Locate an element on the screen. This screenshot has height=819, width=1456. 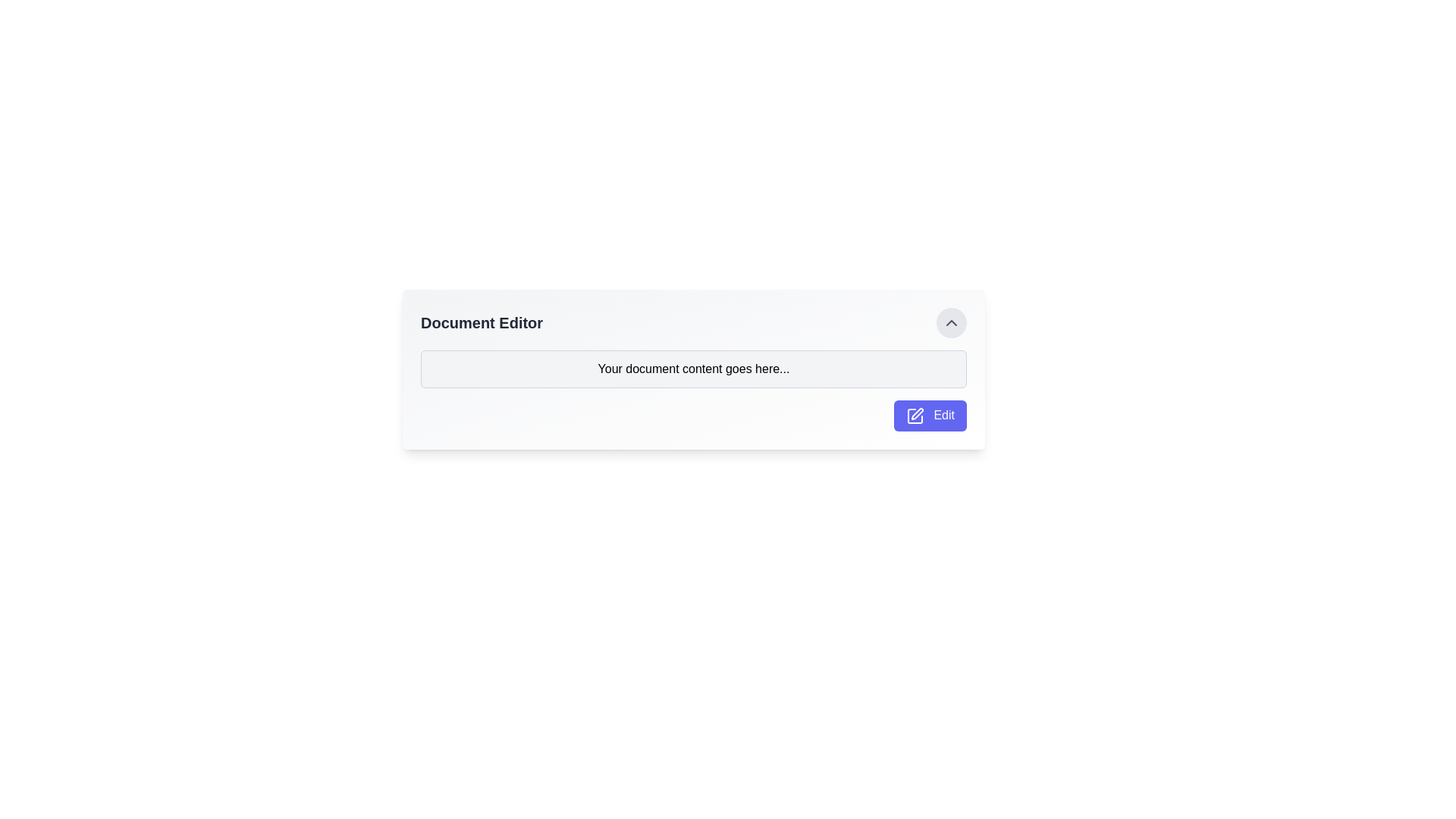
the decorative SVG graphic representing an edit action, located next to the Edit button in the document editor interface is located at coordinates (916, 413).